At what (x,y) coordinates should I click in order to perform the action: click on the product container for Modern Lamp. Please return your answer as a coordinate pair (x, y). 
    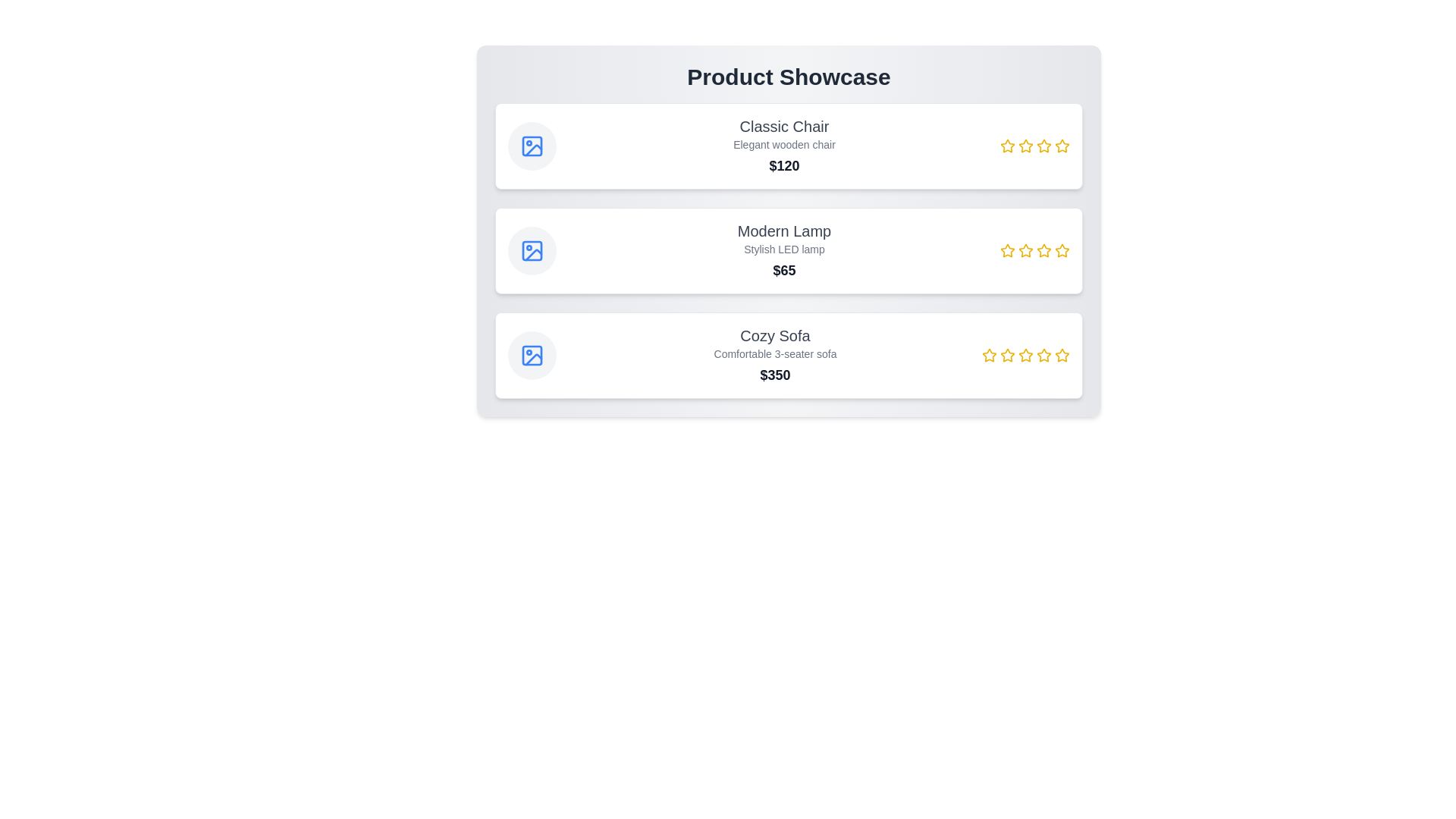
    Looking at the image, I should click on (789, 250).